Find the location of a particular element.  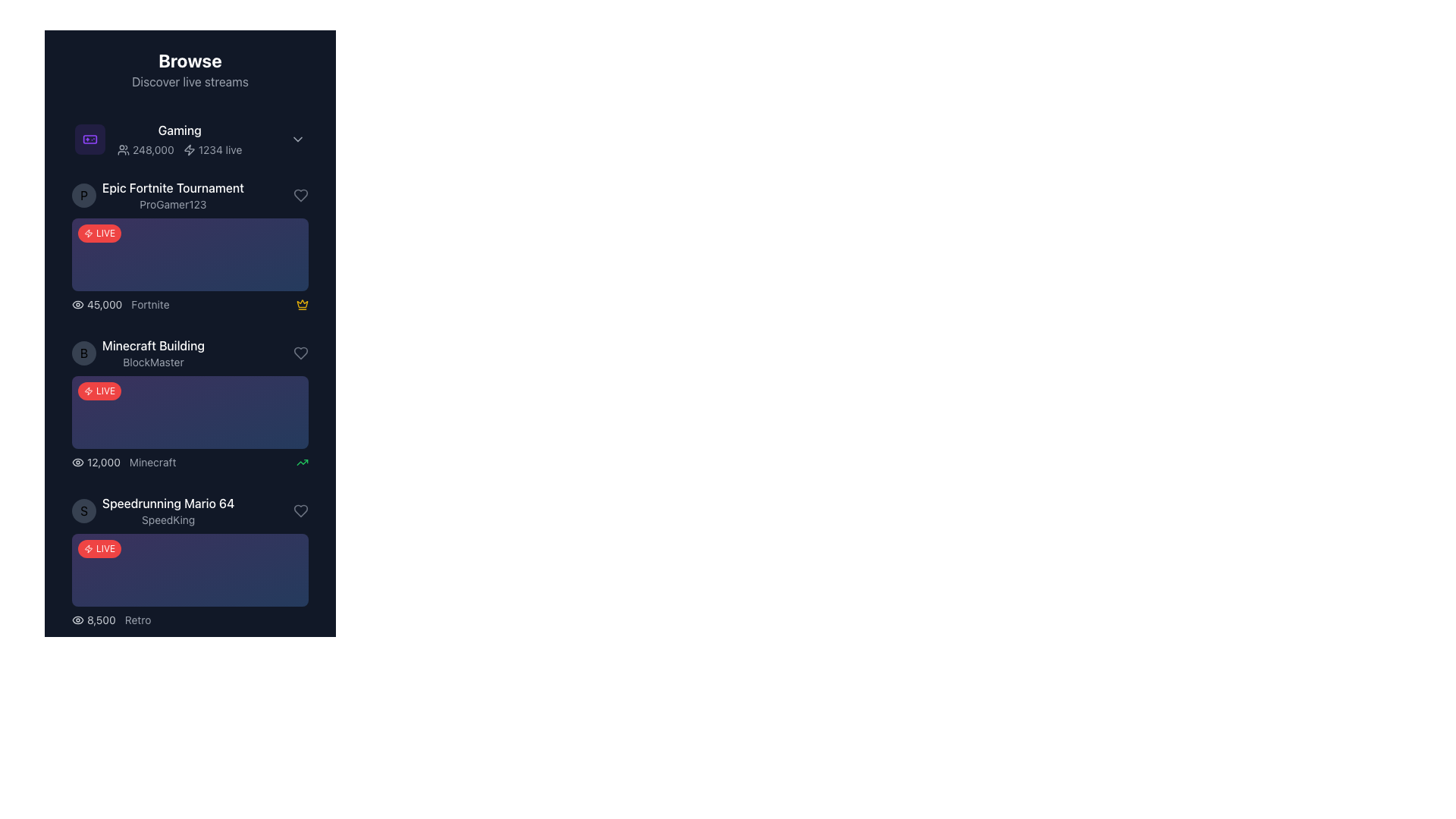

the interactive heart-shaped icon located to the far right of the 'Epic Fortnite Tournament' row is located at coordinates (301, 195).